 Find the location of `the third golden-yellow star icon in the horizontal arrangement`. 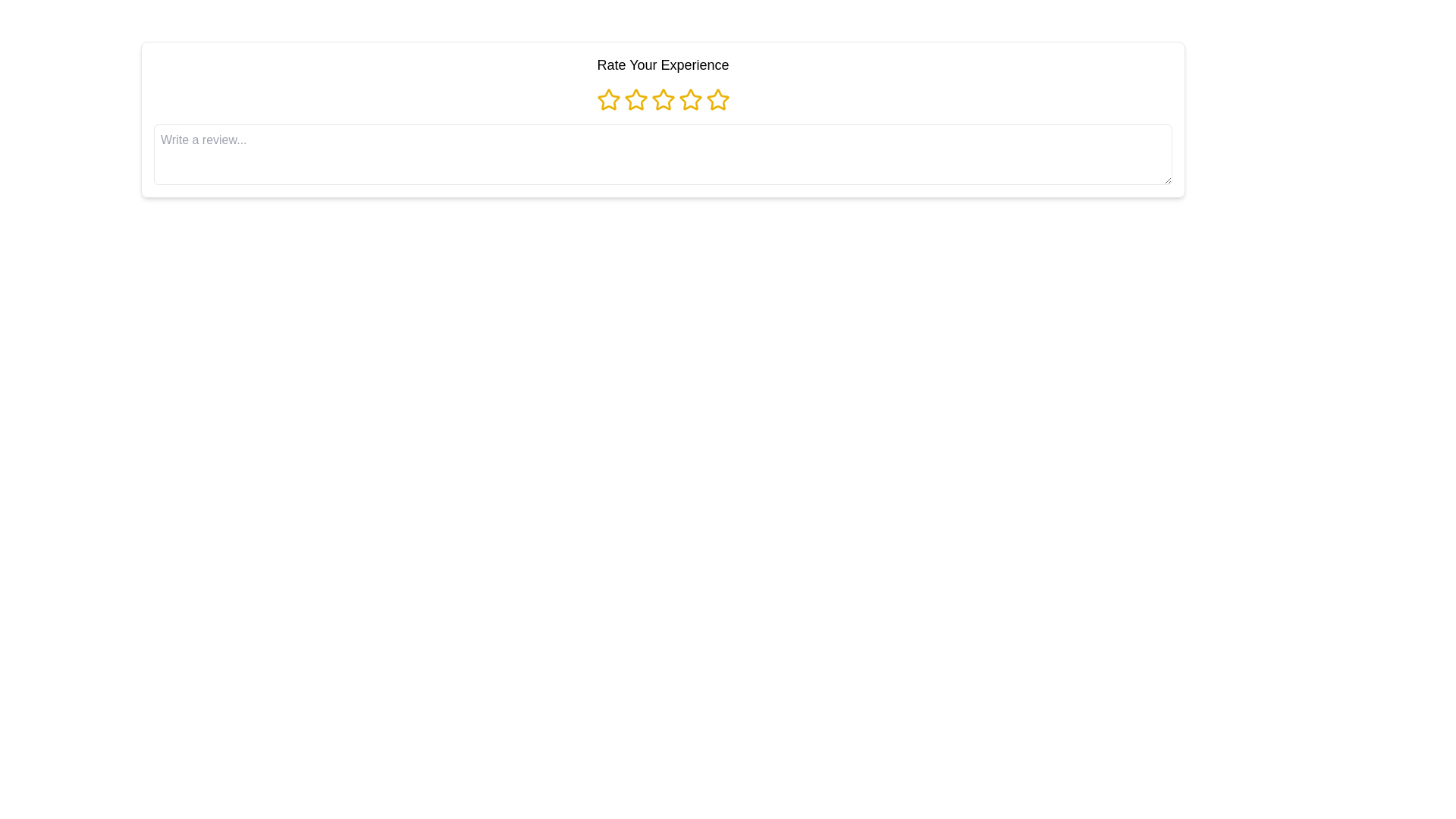

the third golden-yellow star icon in the horizontal arrangement is located at coordinates (663, 99).